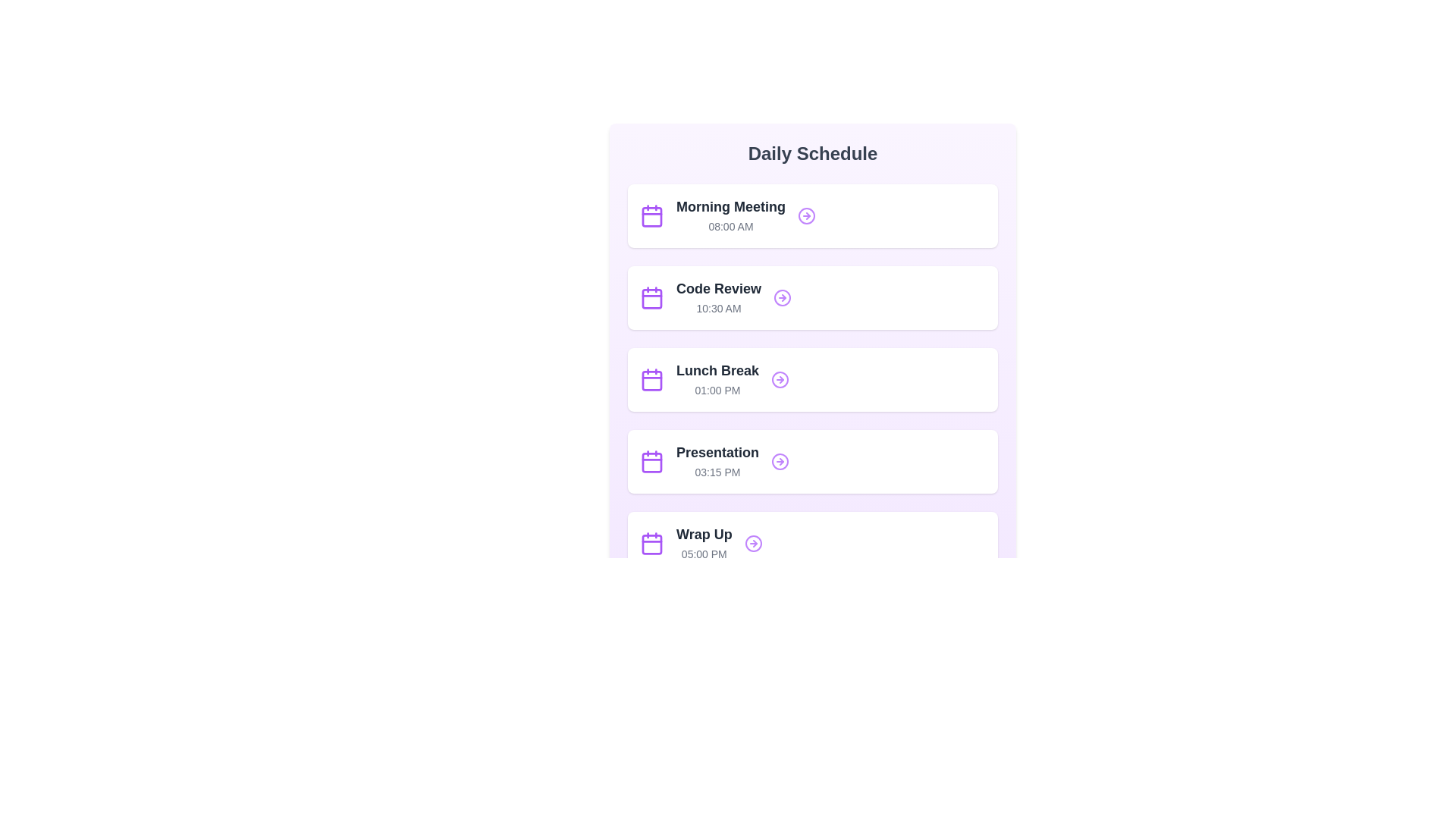 The height and width of the screenshot is (819, 1456). What do you see at coordinates (717, 472) in the screenshot?
I see `the Text Label displaying the scheduled time for the event labeled 'Presentation', located within the 'Presentation' schedule card` at bounding box center [717, 472].